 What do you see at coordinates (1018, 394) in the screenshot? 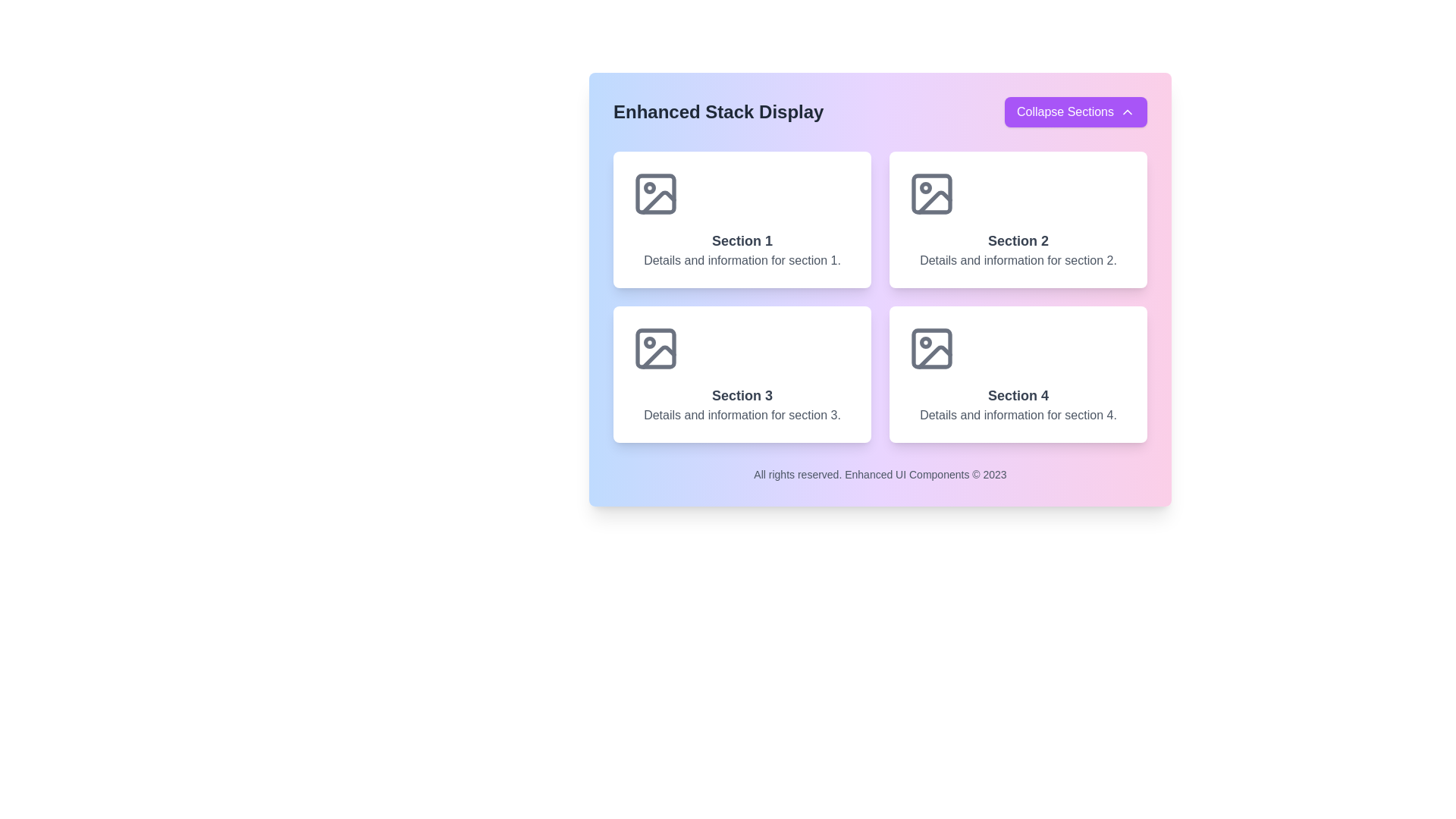
I see `the Text Label that serves as a title for the content of the fourth section, located in the bottom-right quadrant of a 2-row, 2-column grid layout, specifically positioned above its descriptive text` at bounding box center [1018, 394].